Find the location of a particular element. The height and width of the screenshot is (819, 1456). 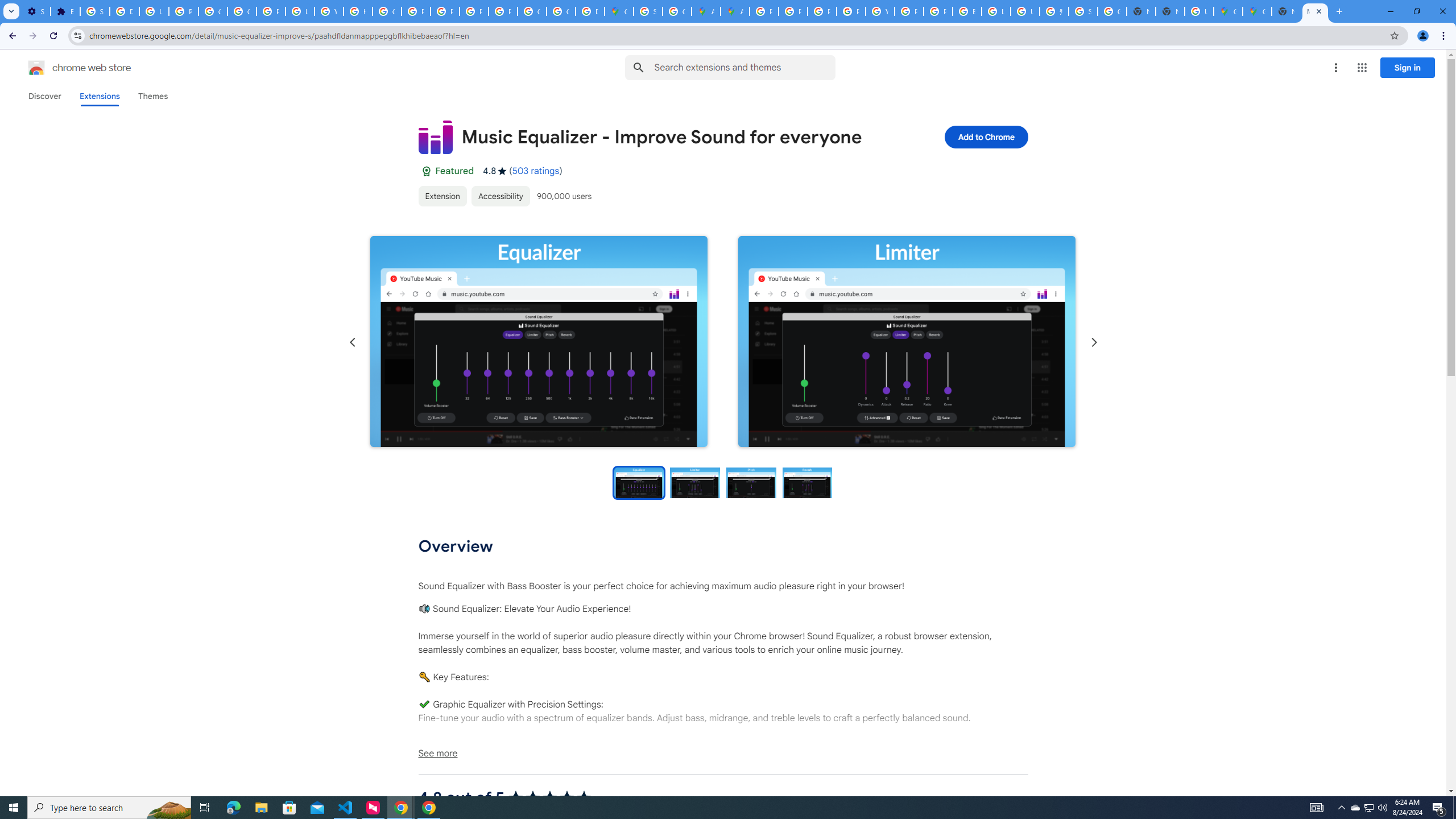

'Featured Badge' is located at coordinates (425, 170).